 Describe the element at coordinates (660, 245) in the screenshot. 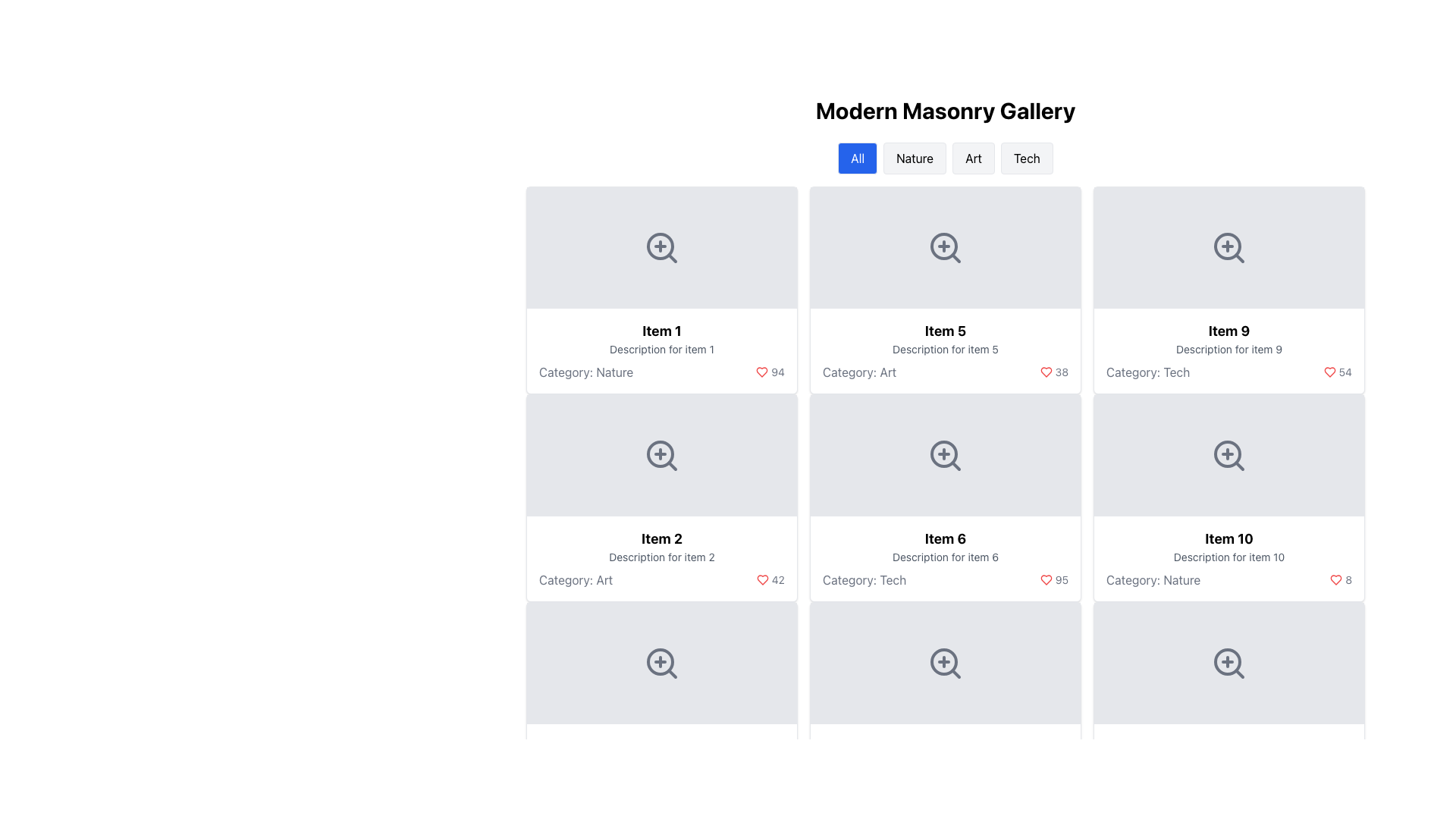

I see `the Iconographic SVG component of type 'circle' that symbolizes the zoom-in functionality, located above the label 'Item 1' in the first column` at that location.